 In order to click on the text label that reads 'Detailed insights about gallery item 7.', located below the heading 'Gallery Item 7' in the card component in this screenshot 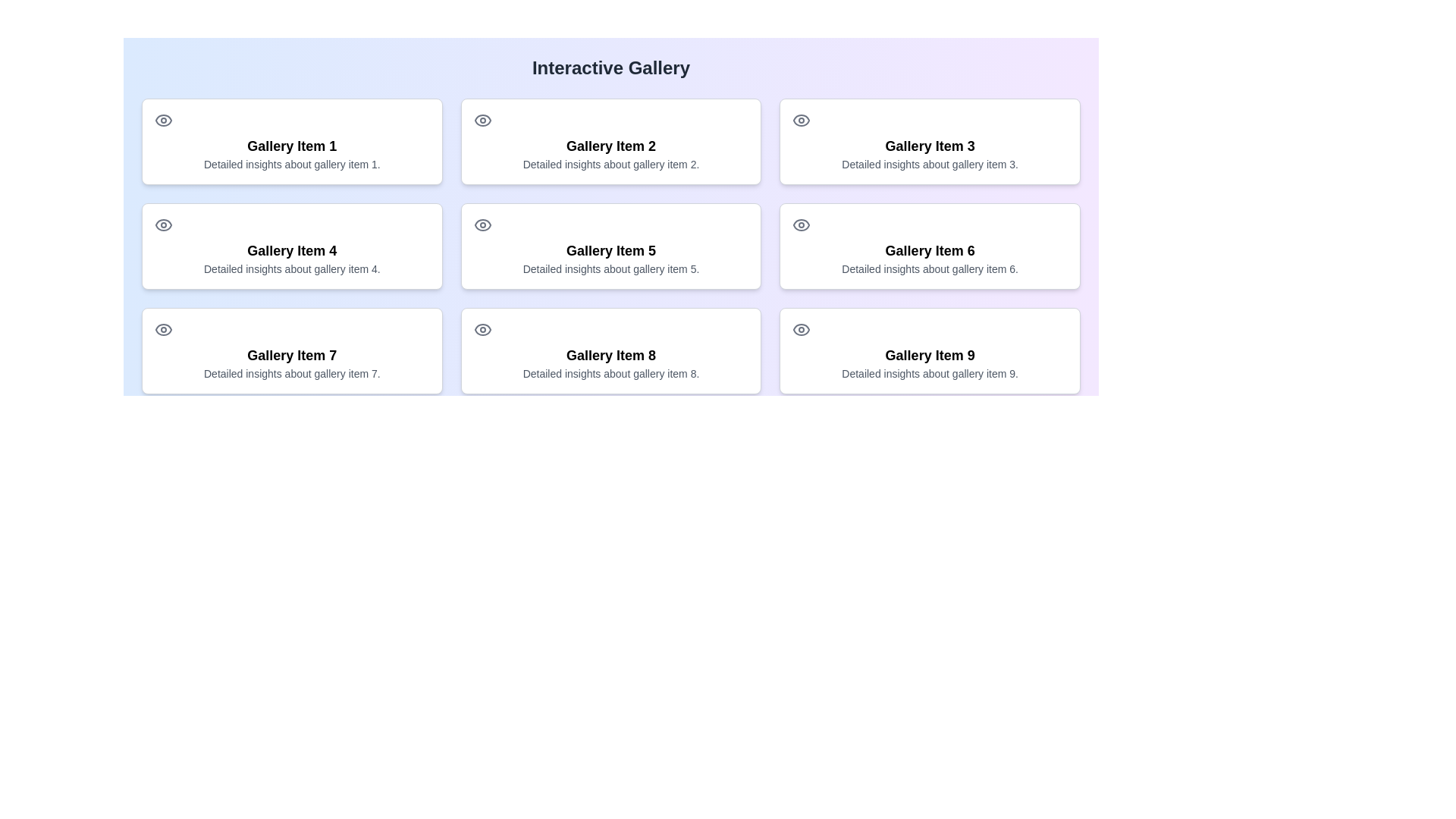, I will do `click(292, 374)`.